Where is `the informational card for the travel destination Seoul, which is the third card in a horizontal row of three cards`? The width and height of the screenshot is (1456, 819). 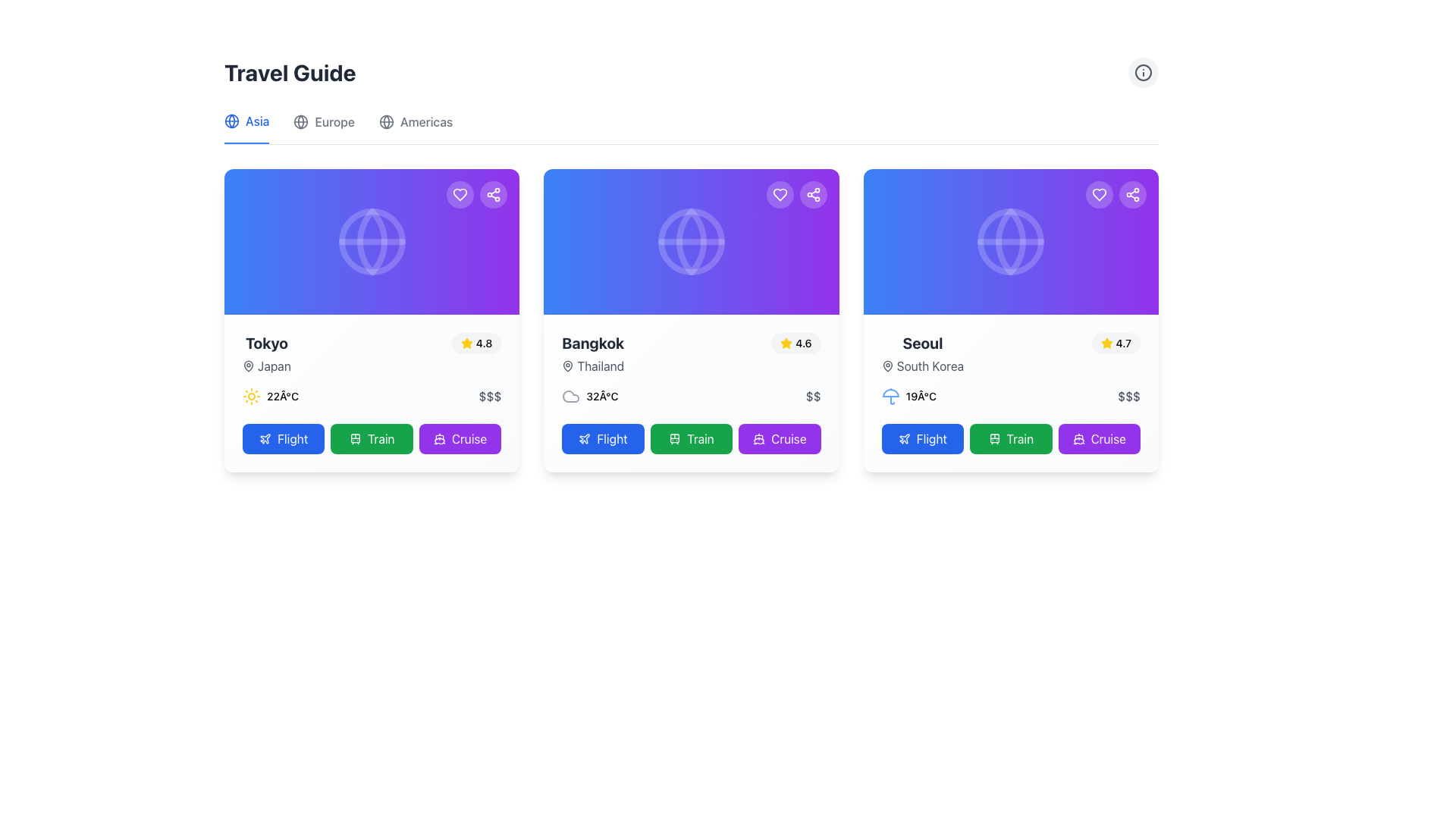
the informational card for the travel destination Seoul, which is the third card in a horizontal row of three cards is located at coordinates (1011, 320).